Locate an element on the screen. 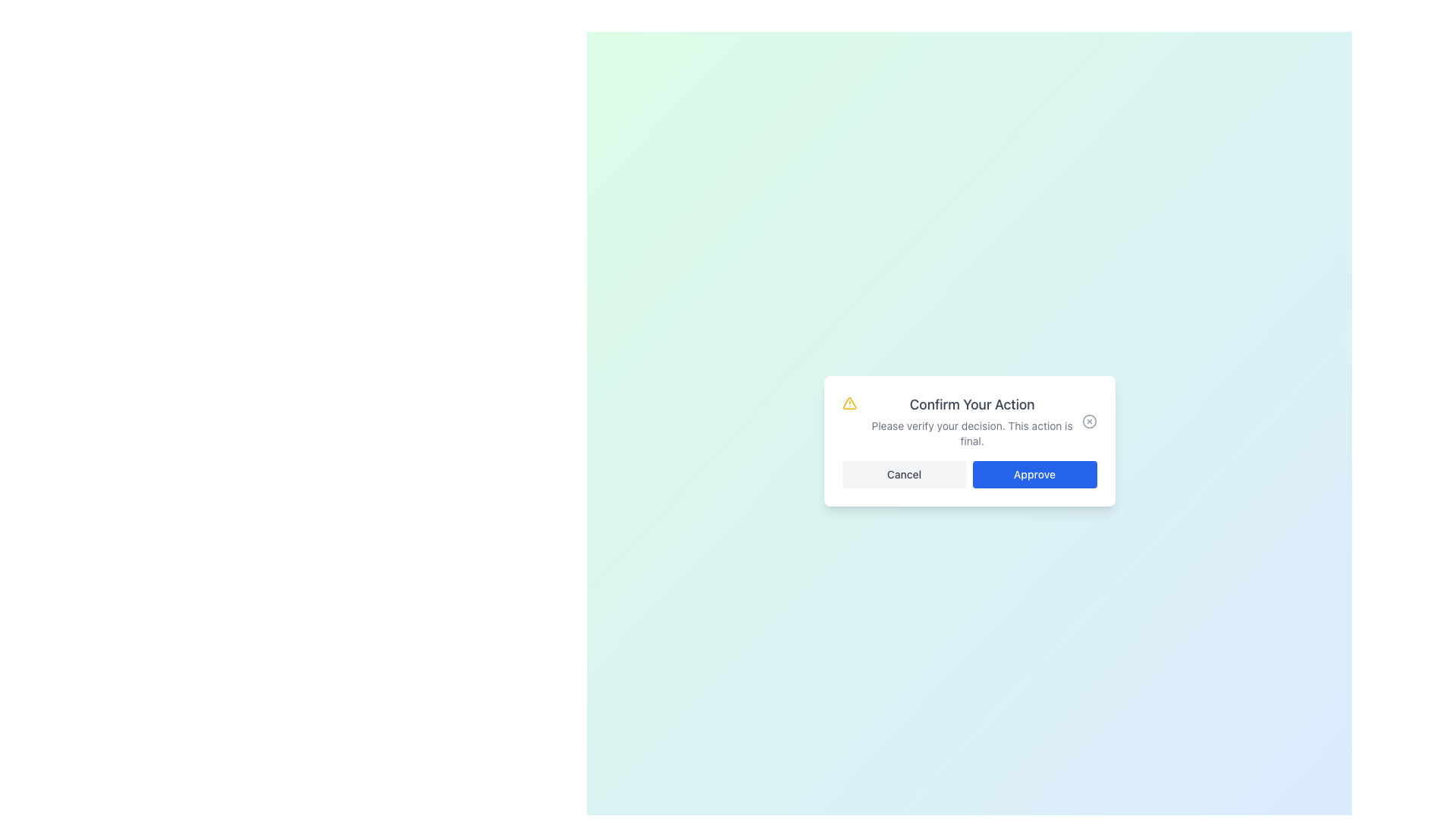 This screenshot has height=819, width=1456. the SVG circle element located in the top-right corner of the dialog box is located at coordinates (1088, 421).